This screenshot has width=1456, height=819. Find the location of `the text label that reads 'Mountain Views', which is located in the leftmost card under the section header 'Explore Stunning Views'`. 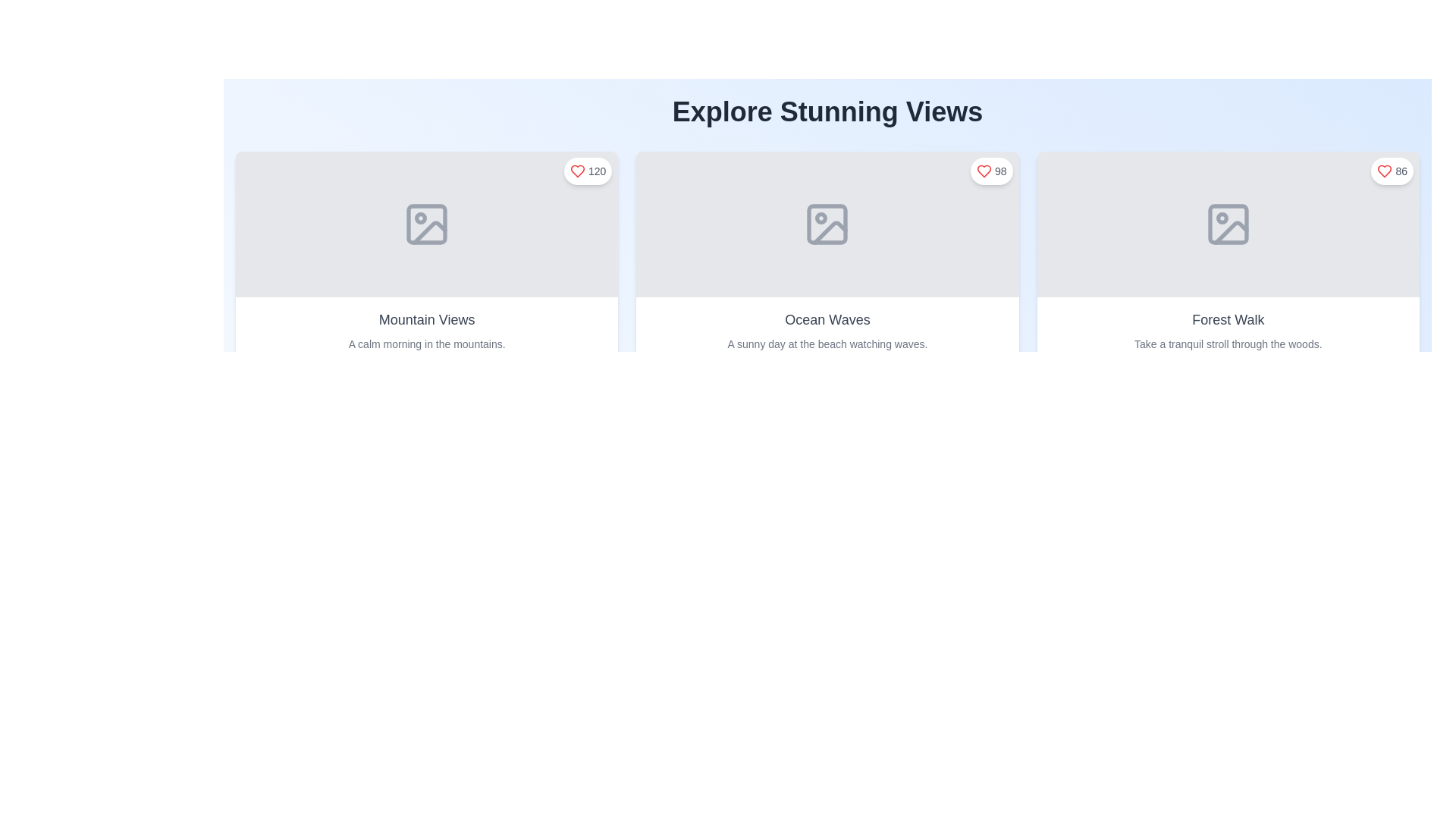

the text label that reads 'Mountain Views', which is located in the leftmost card under the section header 'Explore Stunning Views' is located at coordinates (426, 318).